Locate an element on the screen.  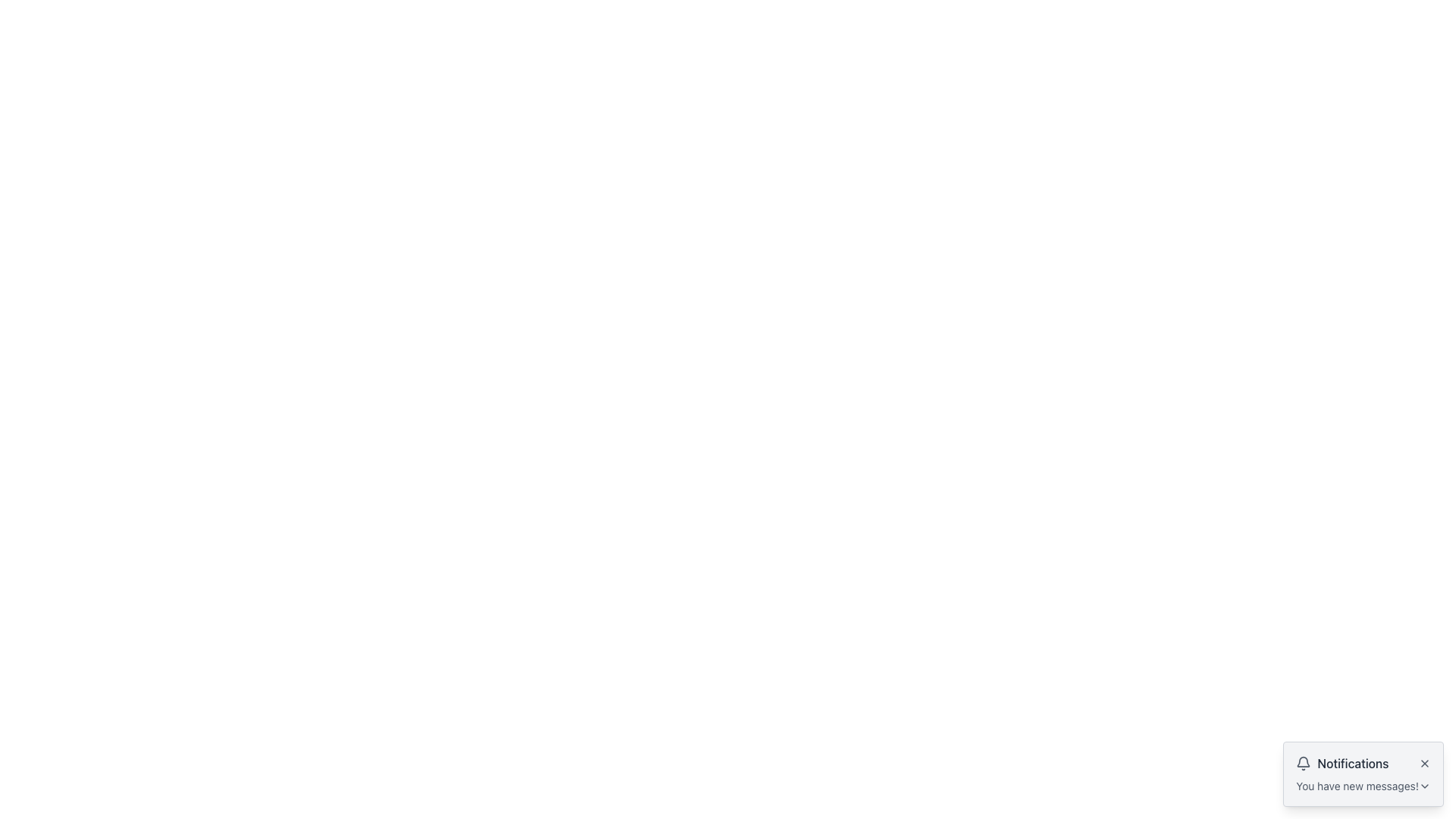
the downward-pointing chevron icon located at the rightmost part of the notification interface is located at coordinates (1423, 786).